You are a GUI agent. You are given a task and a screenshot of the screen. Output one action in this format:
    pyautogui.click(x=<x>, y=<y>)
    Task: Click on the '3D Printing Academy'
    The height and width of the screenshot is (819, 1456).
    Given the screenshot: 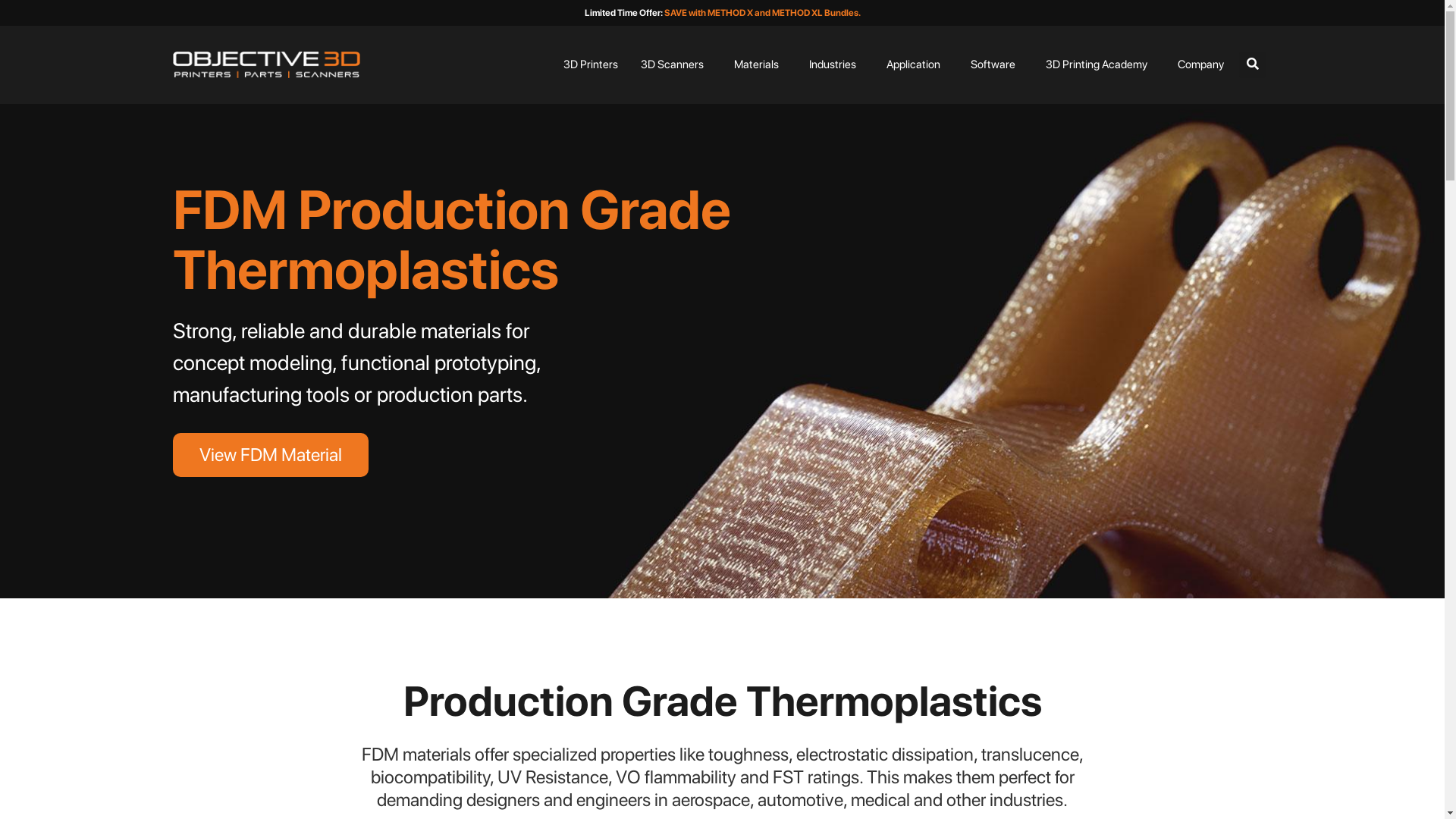 What is the action you would take?
    pyautogui.click(x=1096, y=64)
    